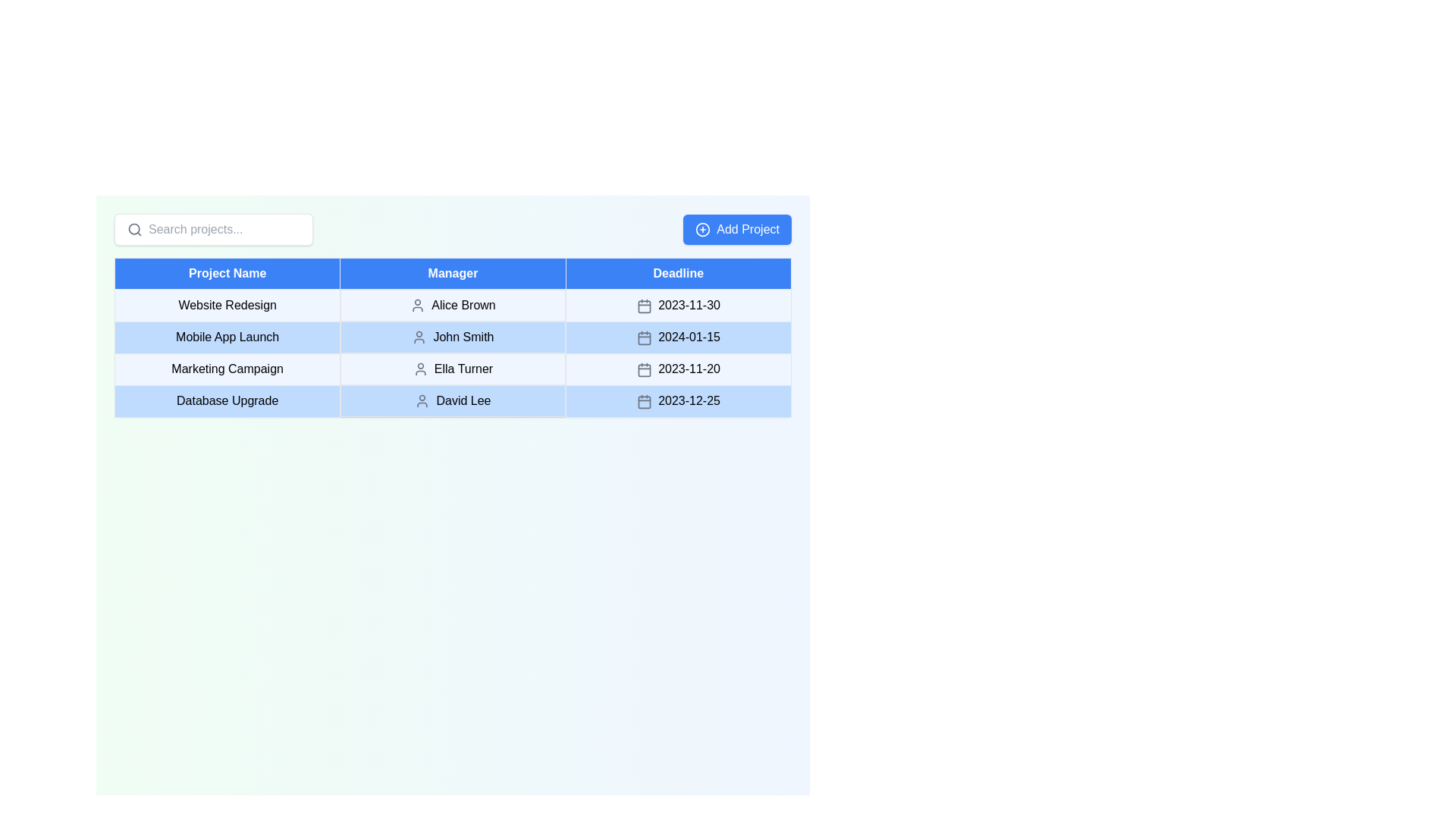 The height and width of the screenshot is (819, 1456). What do you see at coordinates (452, 400) in the screenshot?
I see `the text element displaying the manager's name associated with the project 'Database Upgrade' in the second column of the table` at bounding box center [452, 400].